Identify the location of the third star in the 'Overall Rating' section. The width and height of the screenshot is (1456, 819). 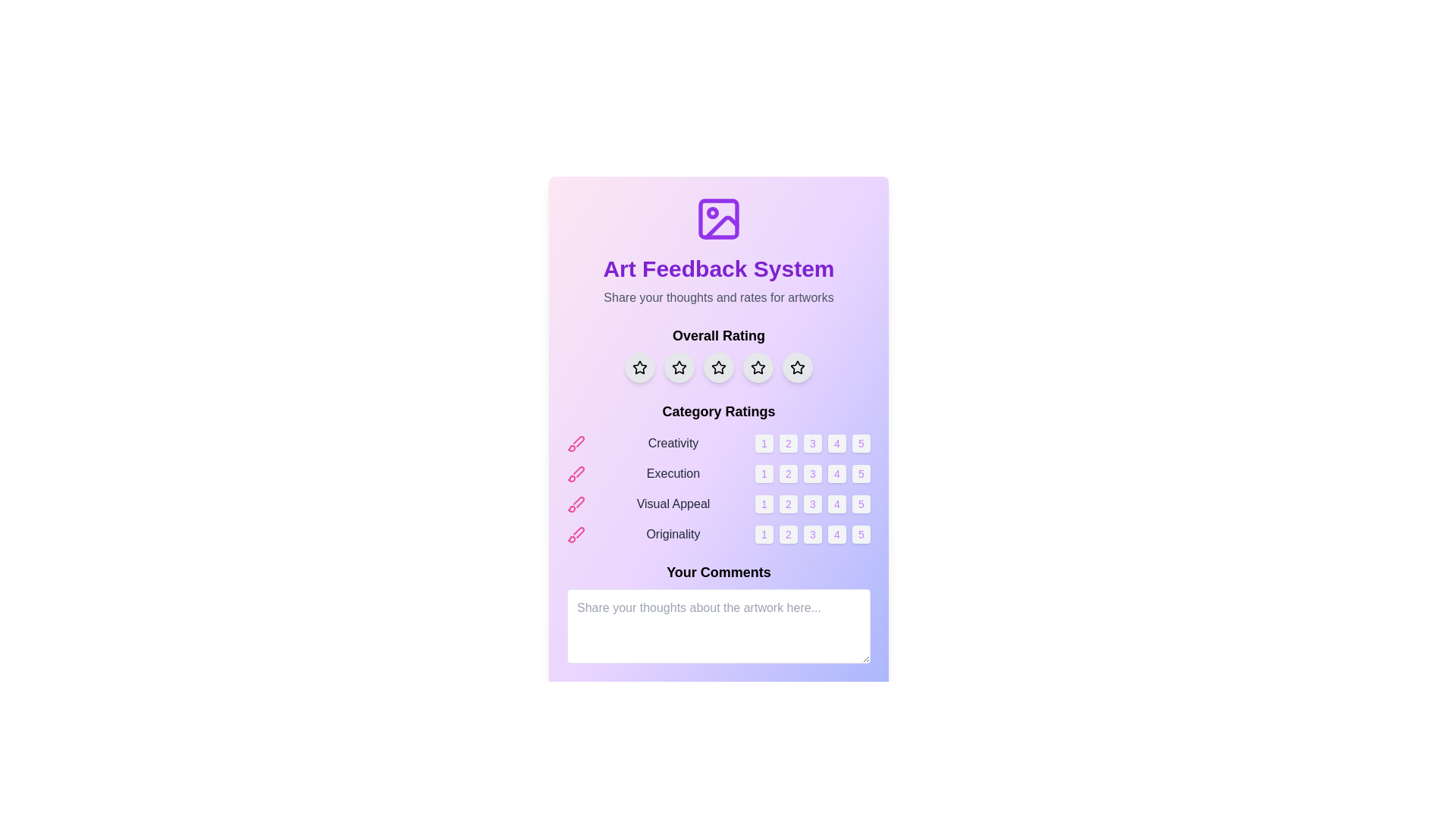
(717, 366).